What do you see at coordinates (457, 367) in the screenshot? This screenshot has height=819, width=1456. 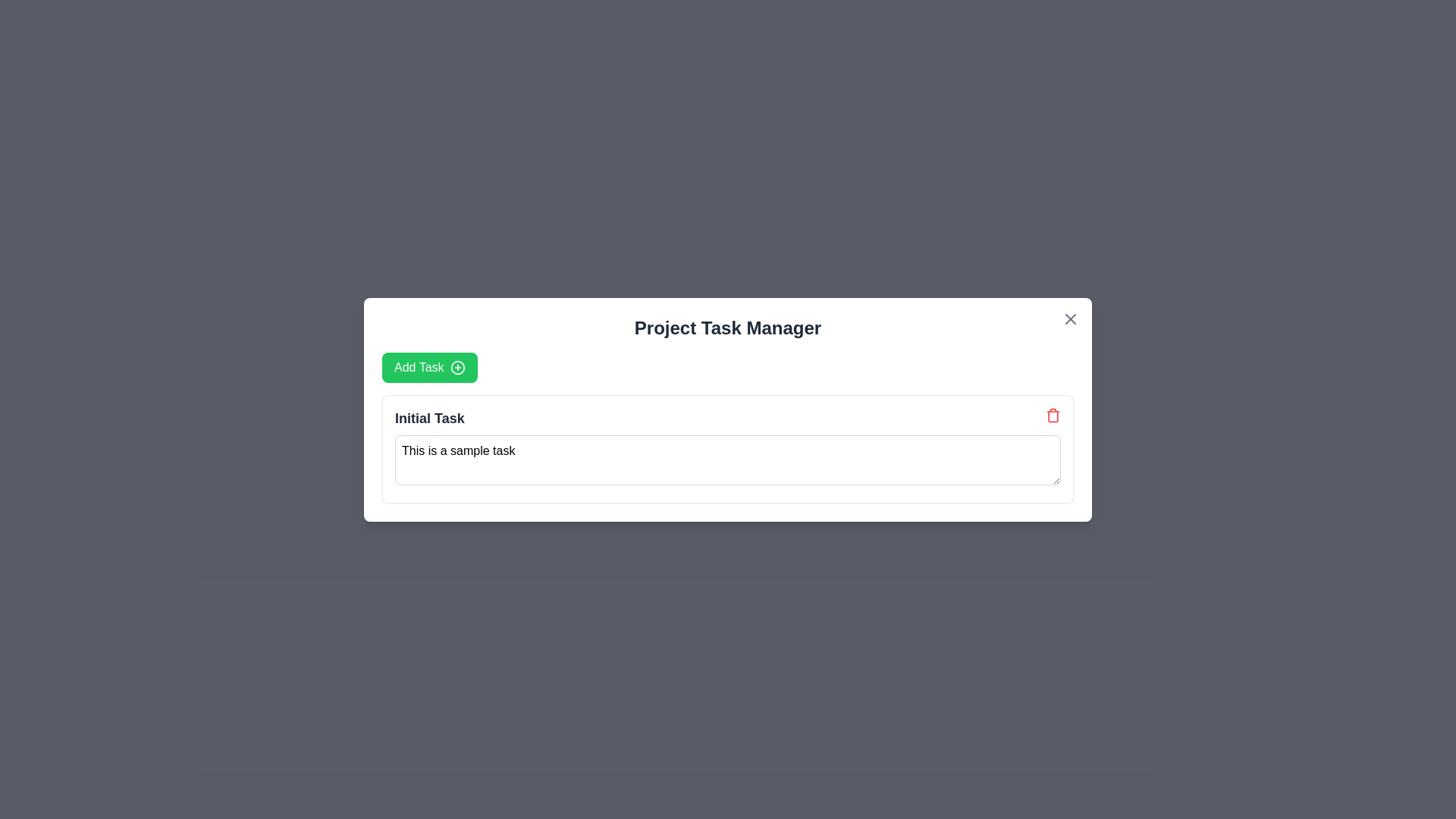 I see `the SVG circle element that is part of the plus icon, located to the right of the 'Add Task' button in the task manager dialog` at bounding box center [457, 367].